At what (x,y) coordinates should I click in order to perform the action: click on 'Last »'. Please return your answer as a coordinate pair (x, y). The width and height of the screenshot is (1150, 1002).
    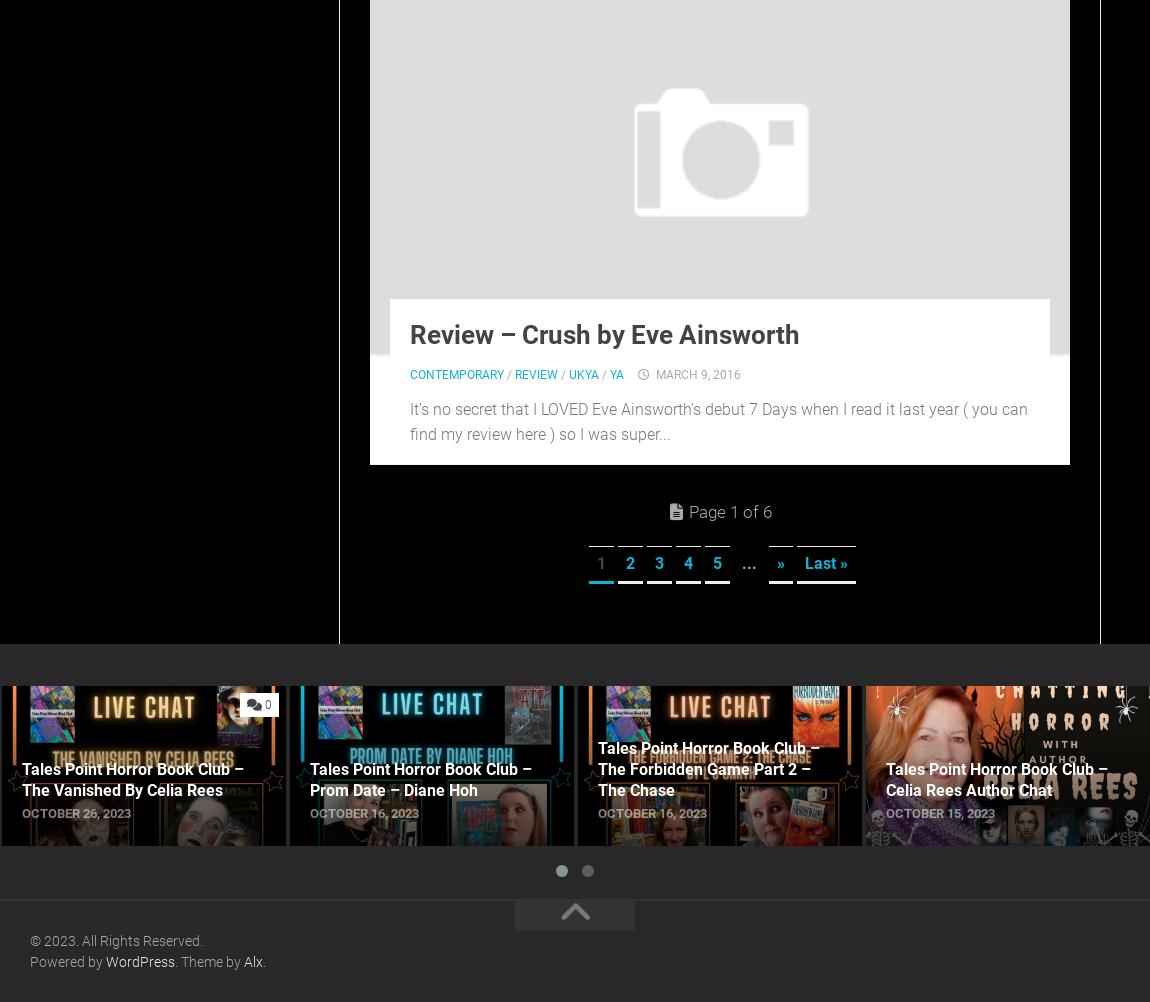
    Looking at the image, I should click on (824, 562).